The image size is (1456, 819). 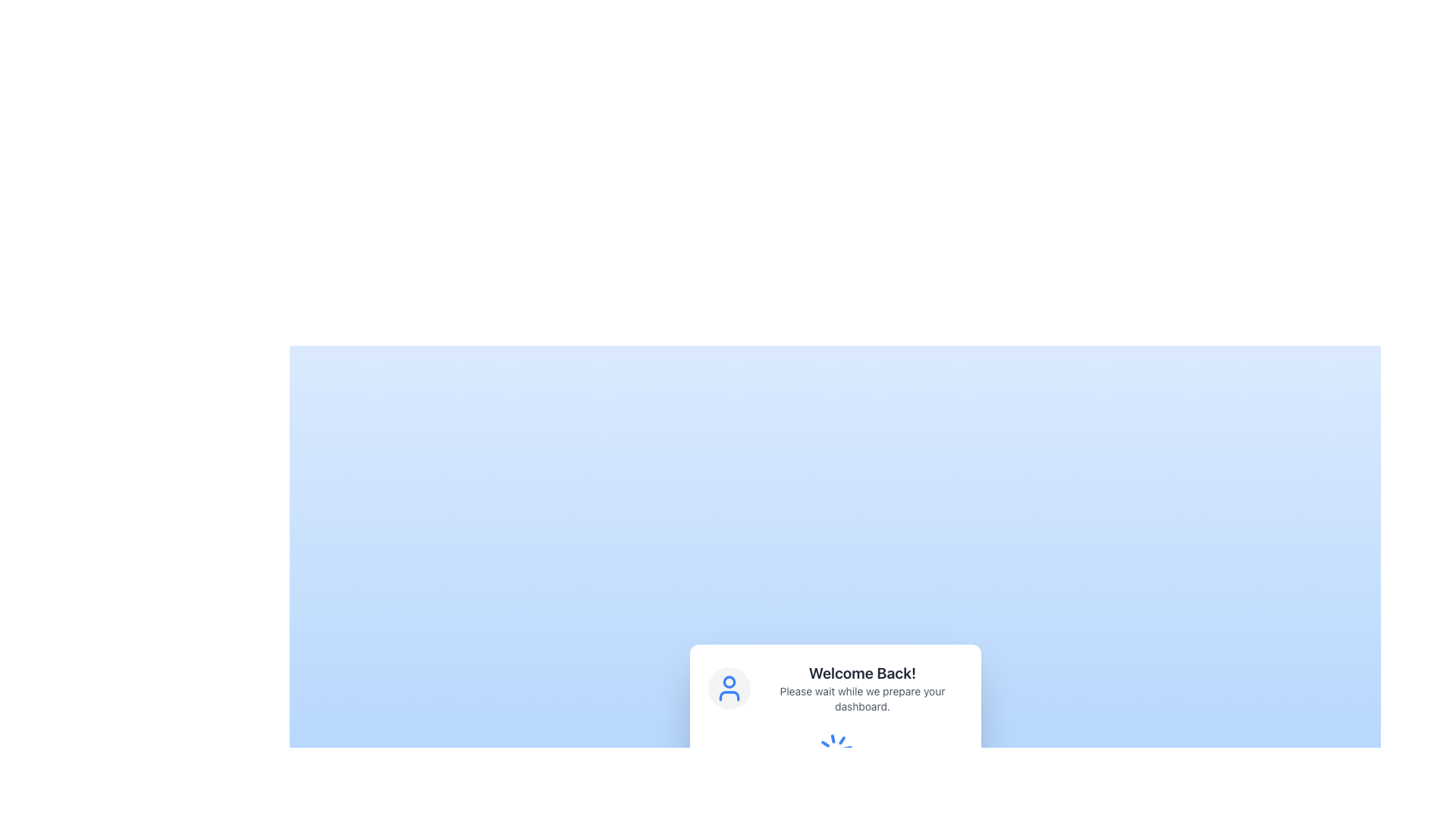 What do you see at coordinates (729, 681) in the screenshot?
I see `the decorative vector graphic element that represents the head in the user avatar icon located in the bottom panel of the application interface, to the left of the title 'Welcome Back!'` at bounding box center [729, 681].